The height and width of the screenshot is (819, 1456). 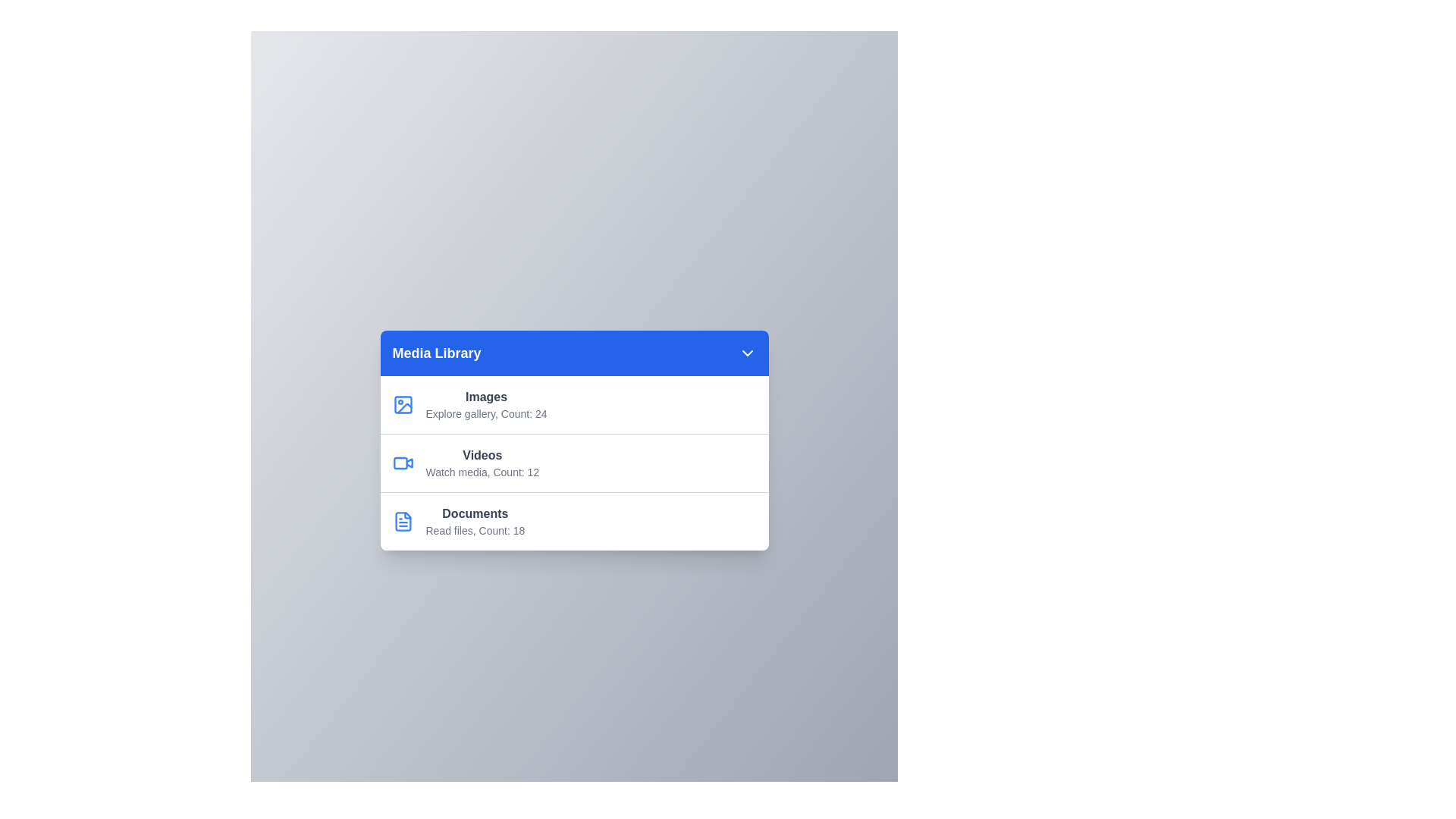 I want to click on the media item Videos from the menu, so click(x=573, y=462).